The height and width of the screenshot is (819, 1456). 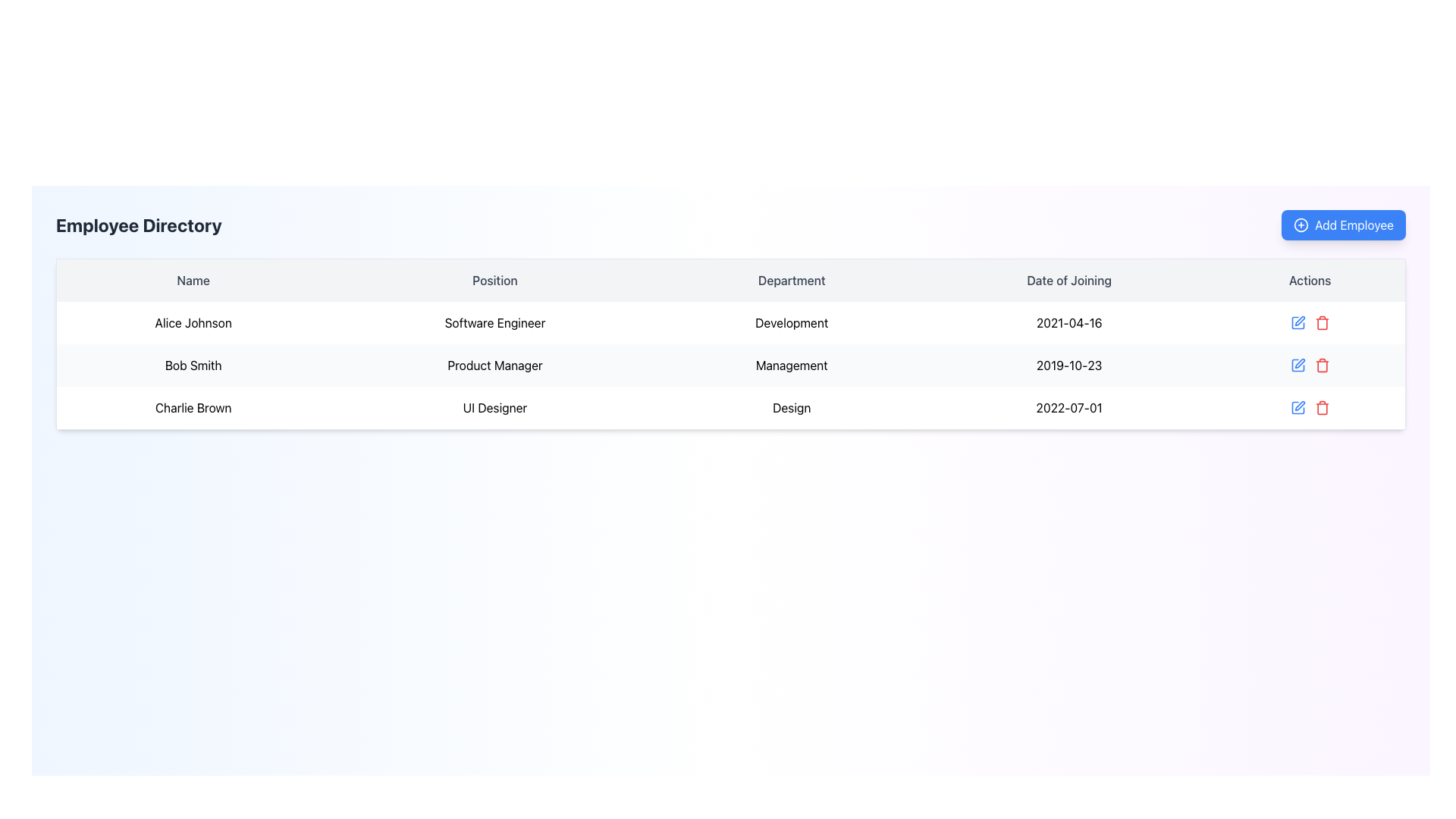 I want to click on the third row in the Employee Directory table that contains the name 'Charlie Brown', position 'UI Designer', department 'Design', and joining date '2022-07-01', so click(x=731, y=406).